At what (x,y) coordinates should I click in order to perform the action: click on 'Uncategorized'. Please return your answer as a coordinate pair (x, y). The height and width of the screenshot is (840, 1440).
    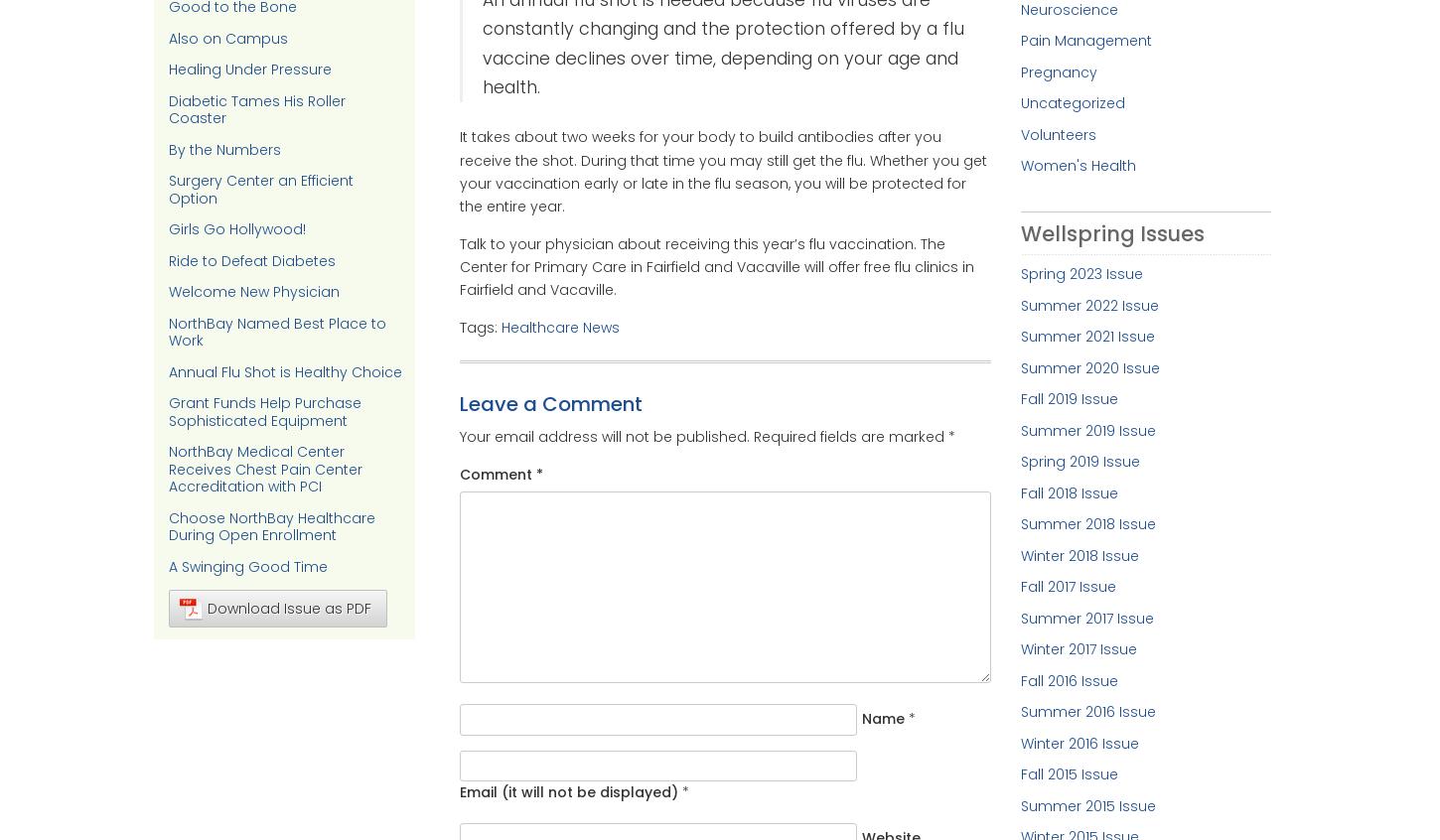
    Looking at the image, I should click on (1072, 102).